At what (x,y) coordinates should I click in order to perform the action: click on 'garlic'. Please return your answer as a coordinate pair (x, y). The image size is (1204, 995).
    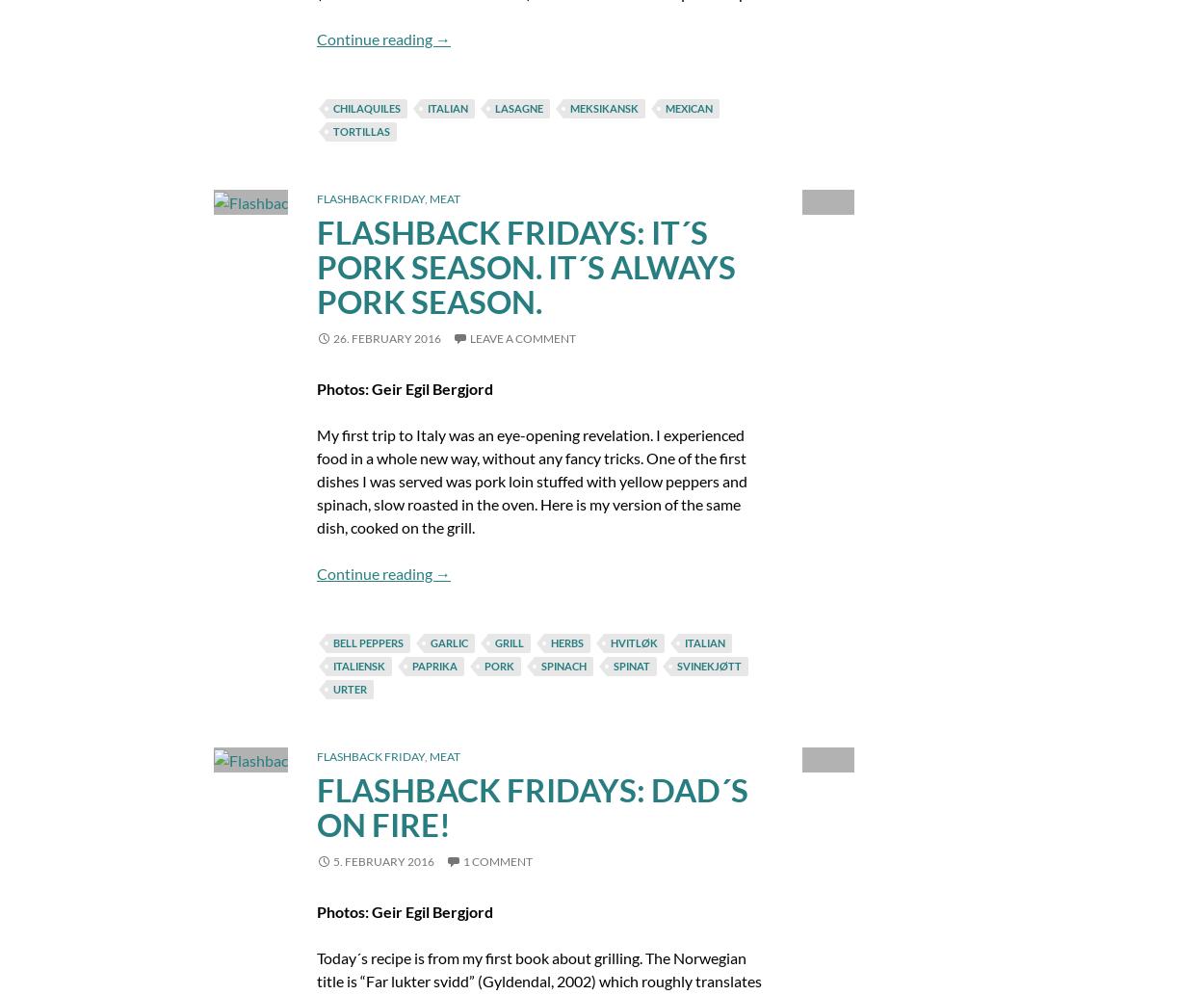
    Looking at the image, I should click on (429, 641).